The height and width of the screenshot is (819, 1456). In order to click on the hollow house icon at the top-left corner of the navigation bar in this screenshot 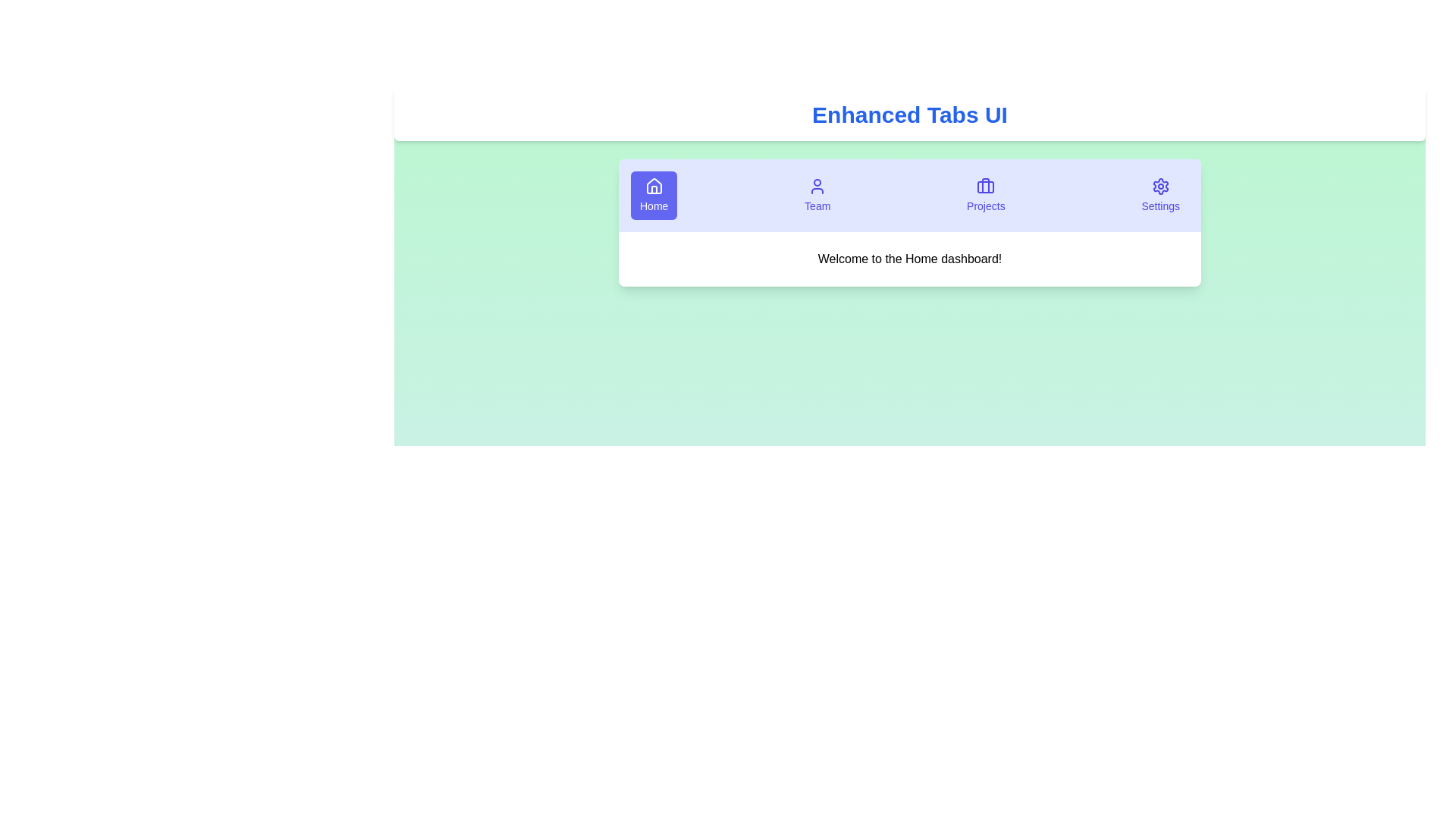, I will do `click(654, 186)`.